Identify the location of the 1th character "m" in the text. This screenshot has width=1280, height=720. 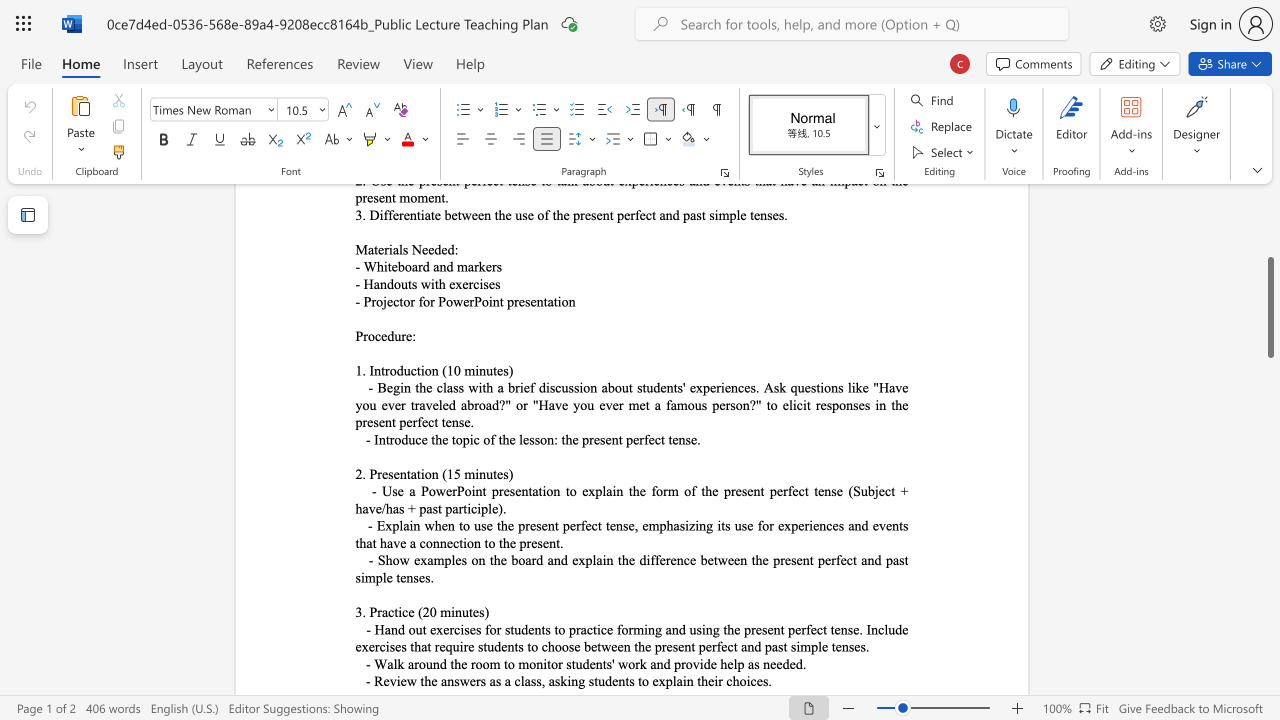
(495, 664).